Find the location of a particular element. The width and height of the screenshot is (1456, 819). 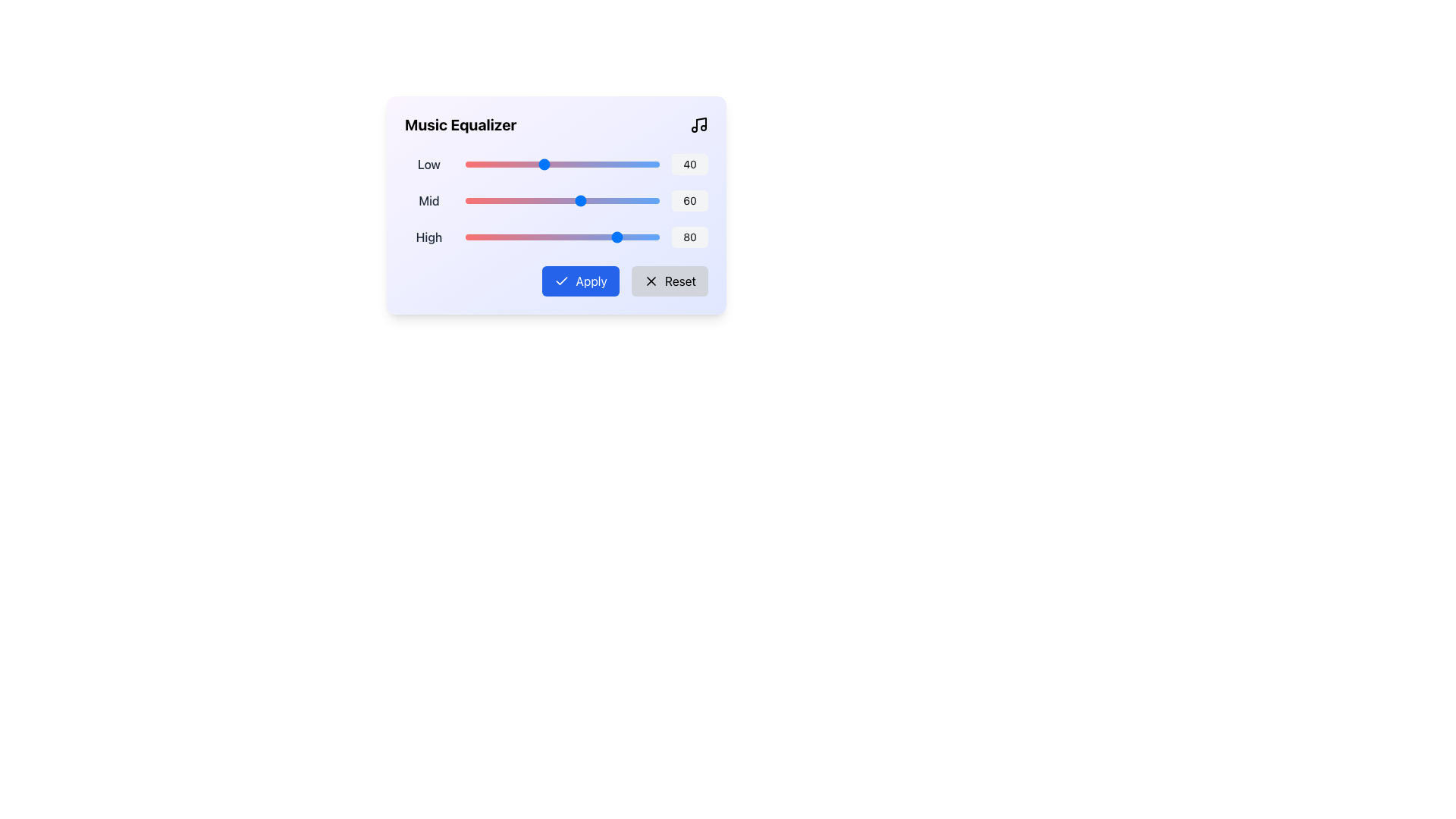

the horizontal slider element with a gradient background and a blue circular thumb located in the 'Music Equalizer' interface, positioned between the label 'Mid' and the numeric display '60' is located at coordinates (562, 200).